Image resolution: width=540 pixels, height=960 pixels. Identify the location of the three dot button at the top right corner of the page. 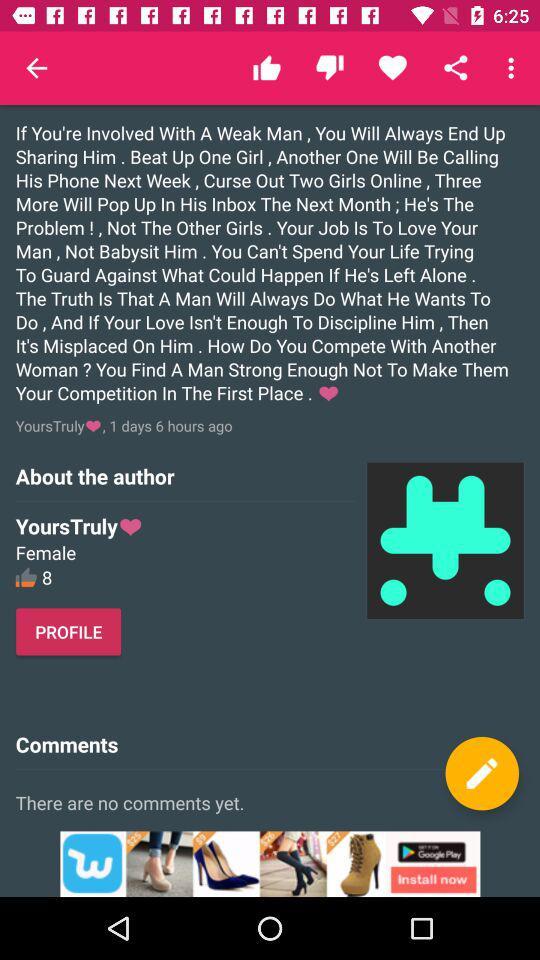
(514, 68).